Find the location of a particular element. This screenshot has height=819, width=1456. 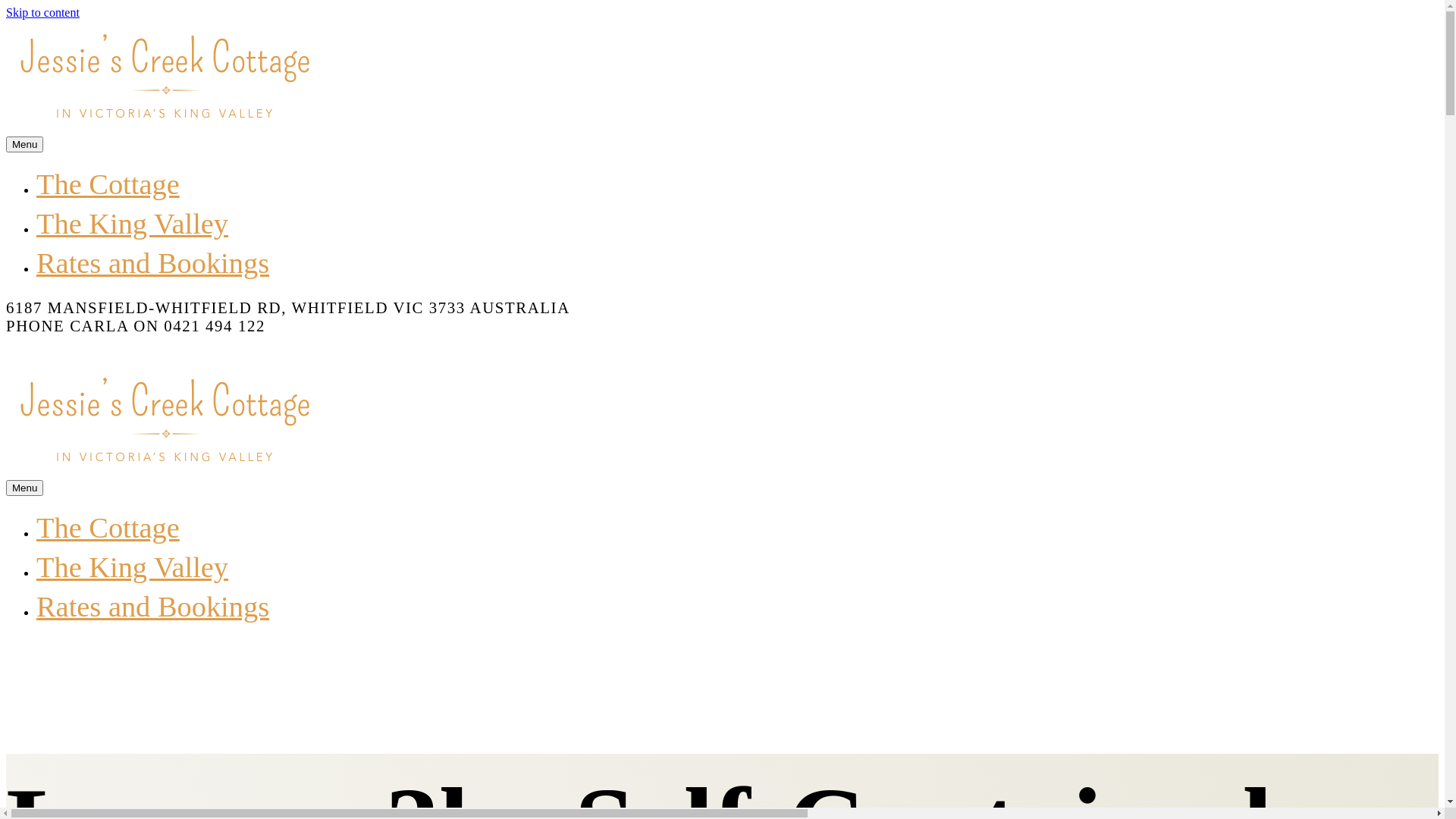

'The Cottage' is located at coordinates (107, 184).